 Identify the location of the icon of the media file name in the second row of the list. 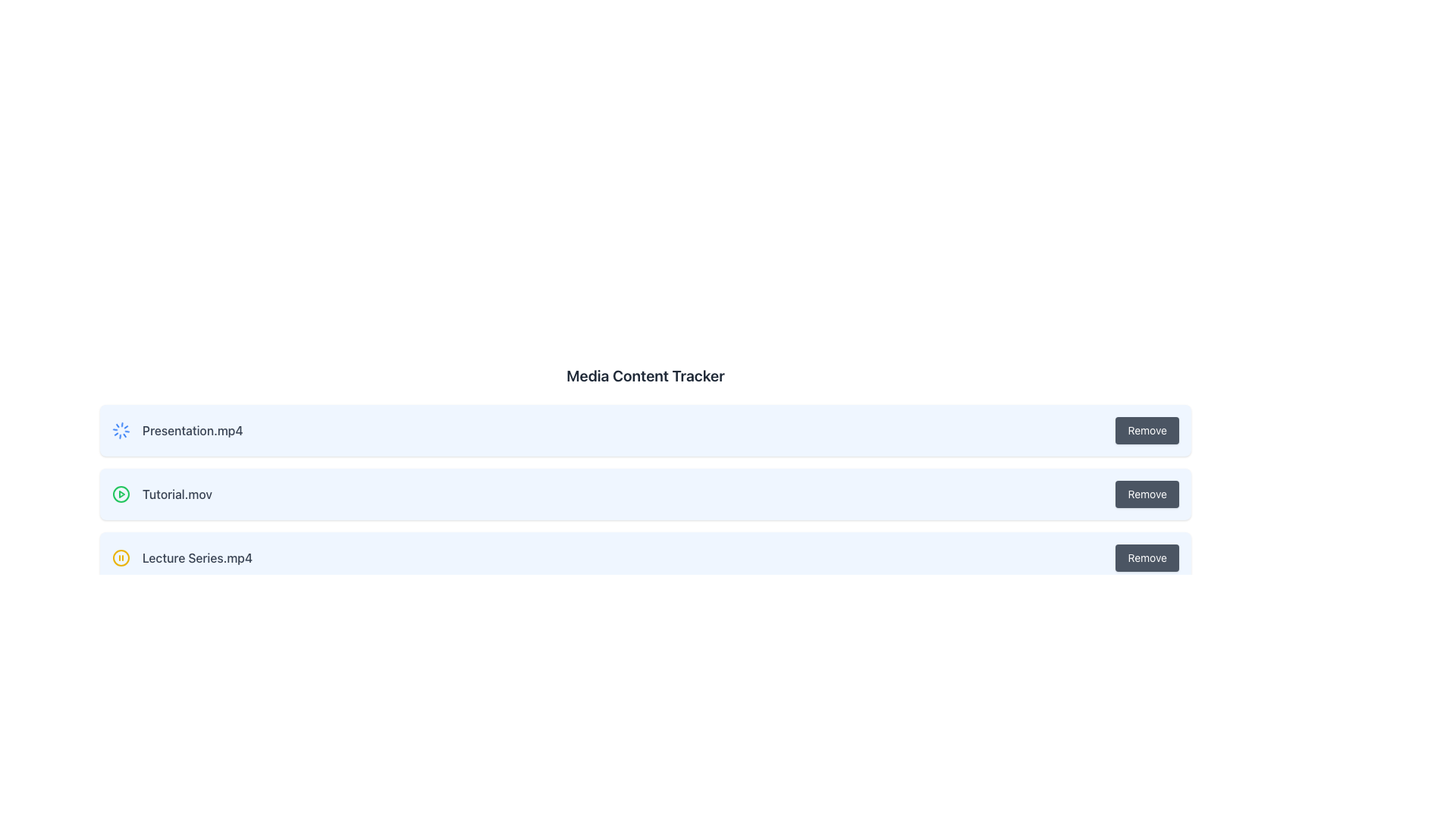
(162, 494).